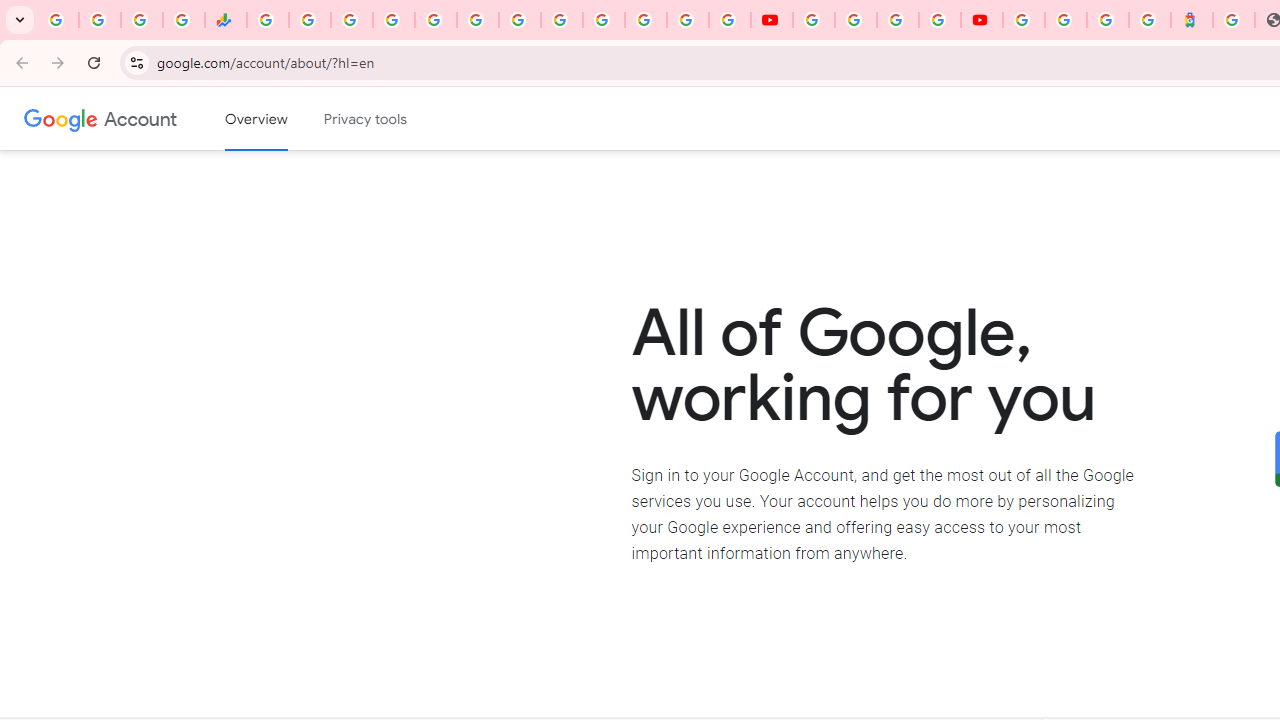 Image resolution: width=1280 pixels, height=720 pixels. Describe the element at coordinates (982, 20) in the screenshot. I see `'Content Creator Programs & Opportunities - YouTube Creators'` at that location.